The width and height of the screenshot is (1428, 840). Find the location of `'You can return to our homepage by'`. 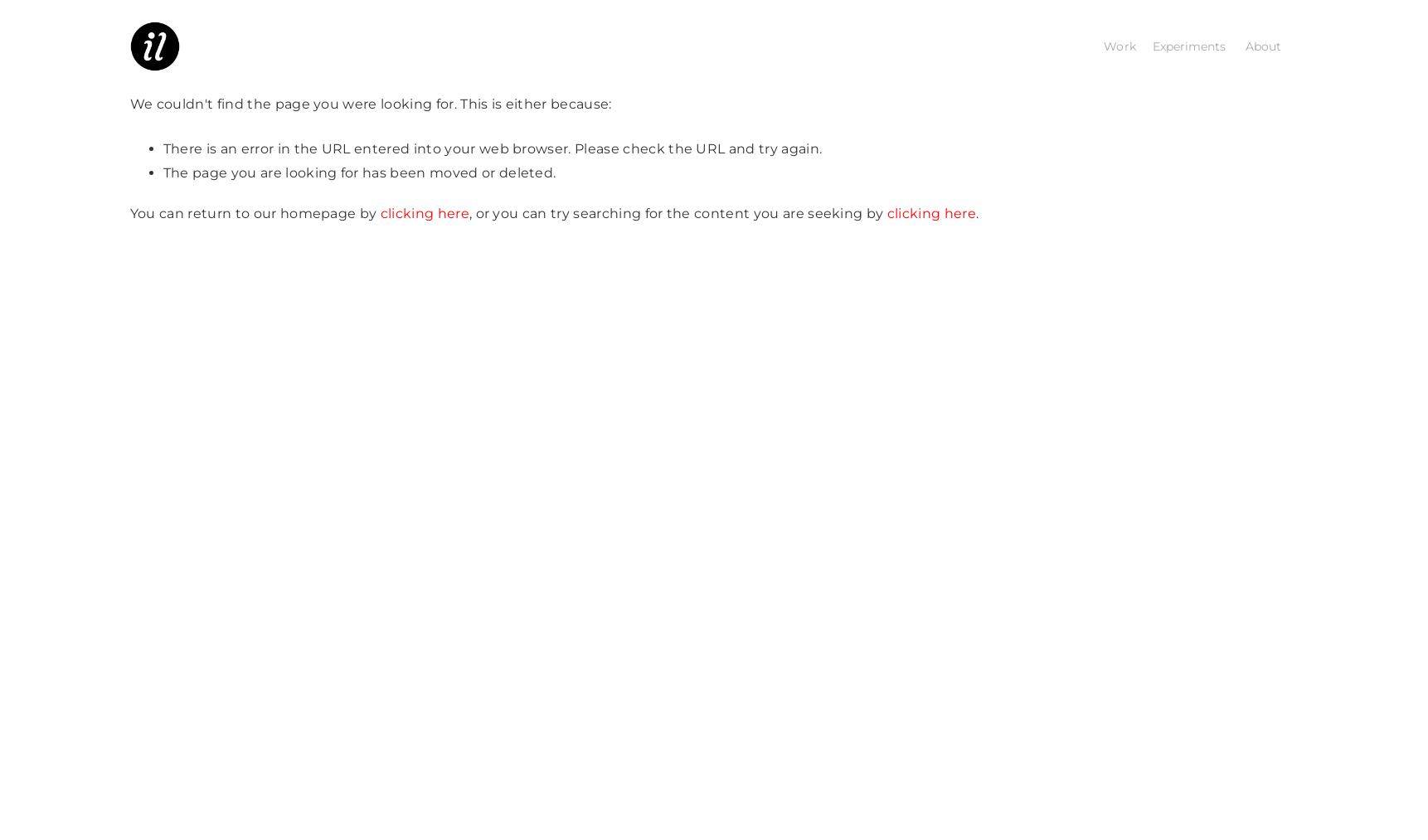

'You can return to our homepage by' is located at coordinates (255, 211).